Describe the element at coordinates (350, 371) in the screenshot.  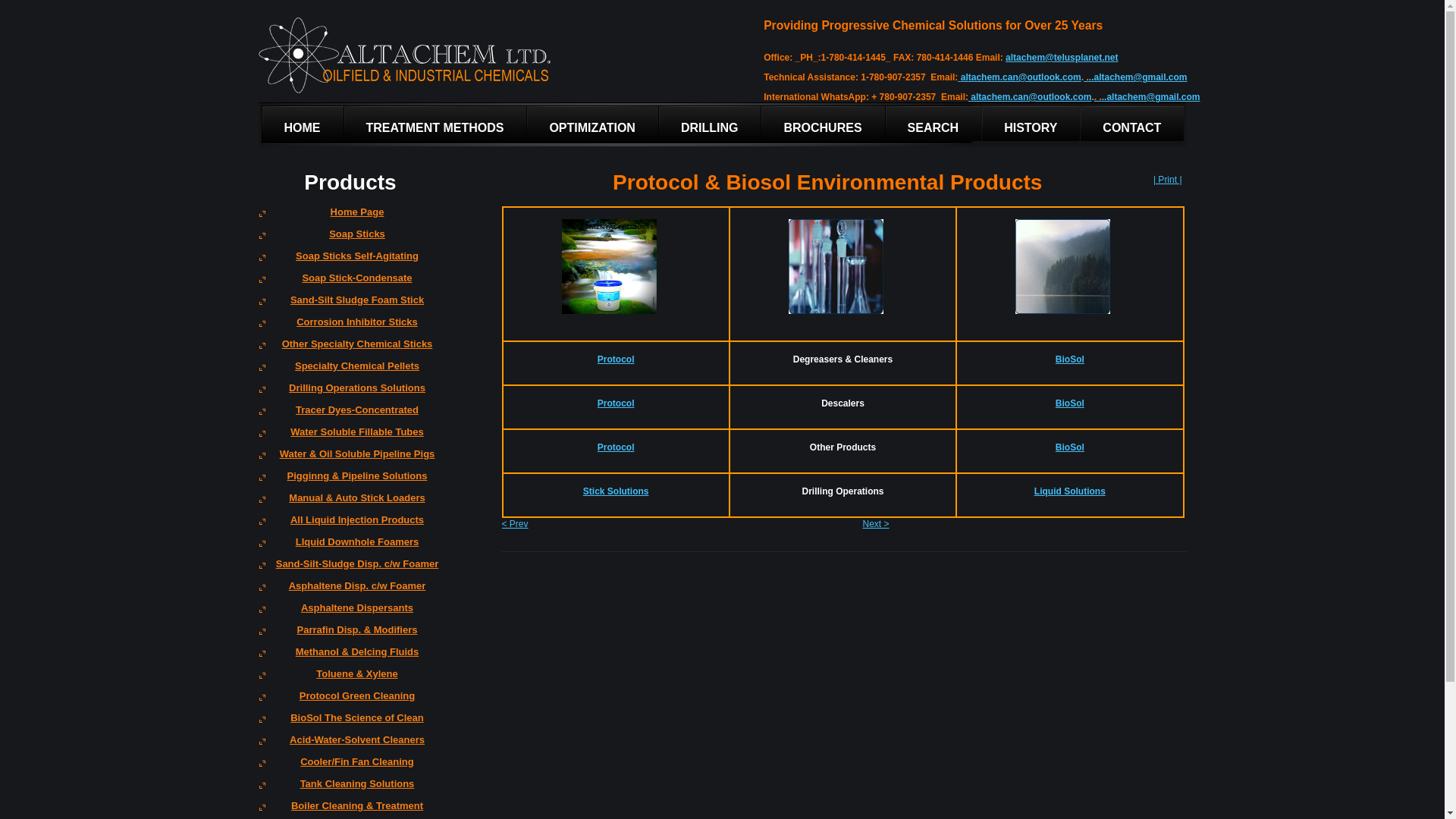
I see `'Specialty Chemical Pellets'` at that location.